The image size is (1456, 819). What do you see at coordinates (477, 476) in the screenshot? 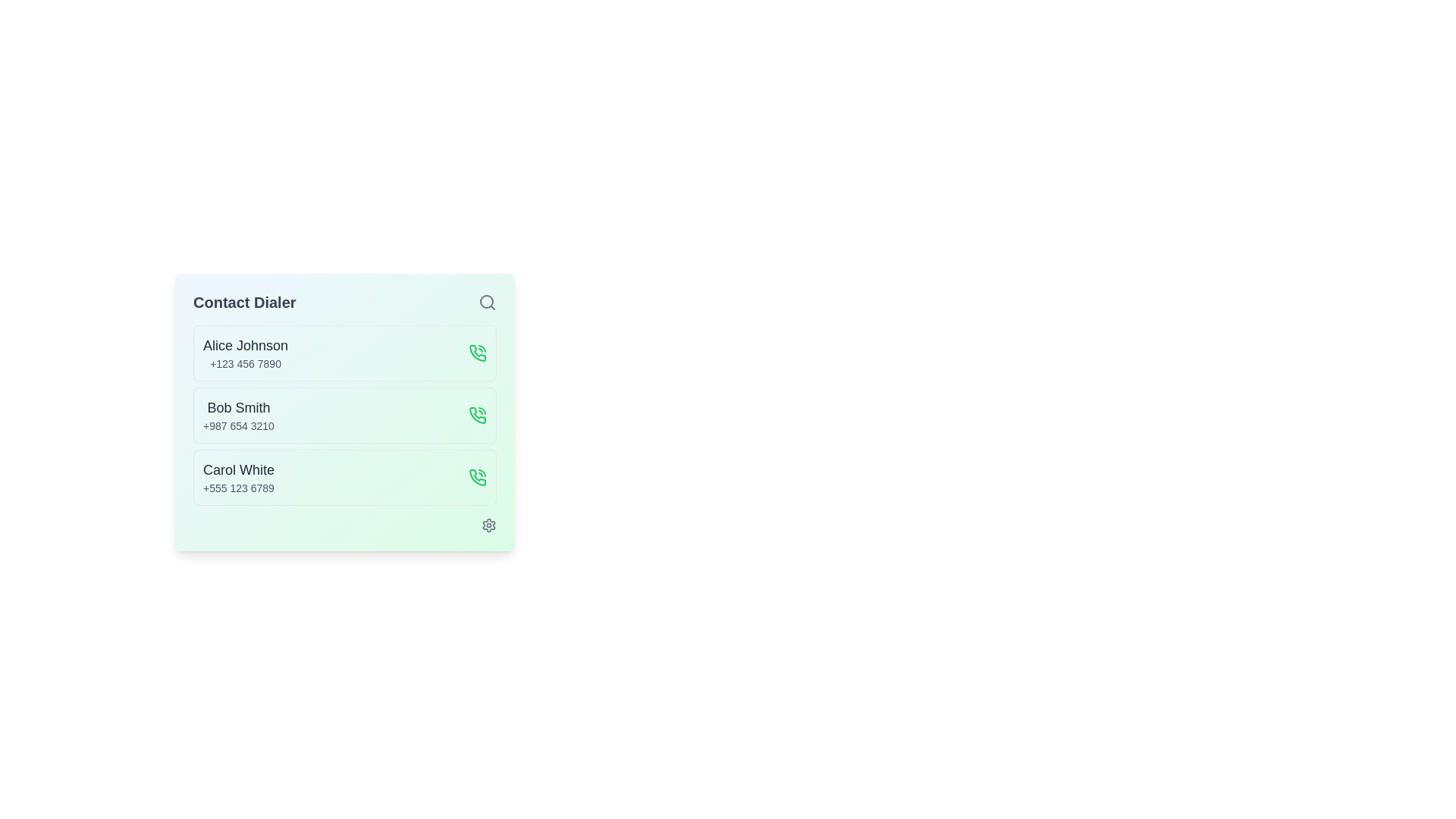
I see `the call icon for 'Carol White' to initiate a call` at bounding box center [477, 476].